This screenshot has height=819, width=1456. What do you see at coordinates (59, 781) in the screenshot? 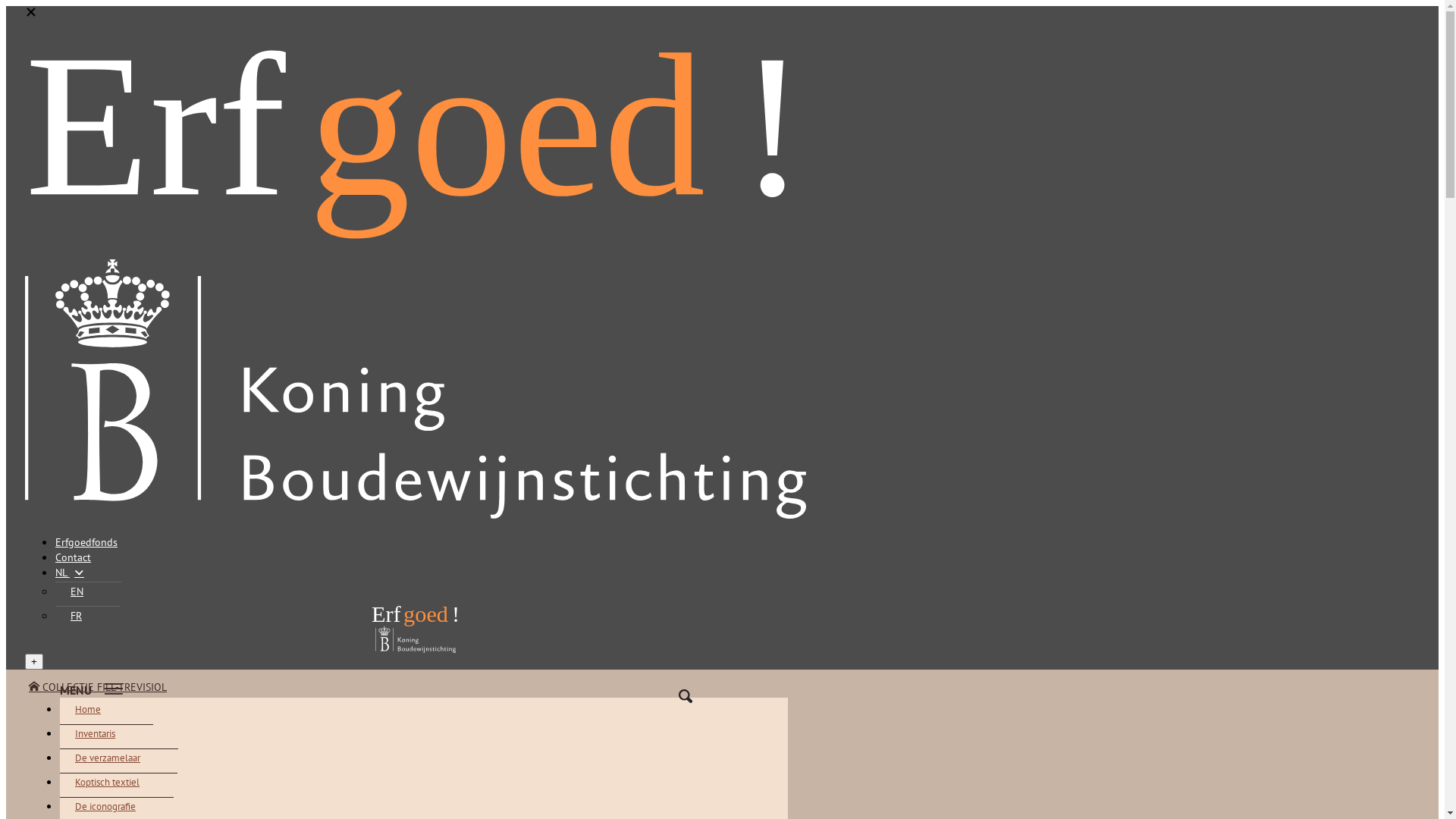
I see `'Koptisch textiel'` at bounding box center [59, 781].